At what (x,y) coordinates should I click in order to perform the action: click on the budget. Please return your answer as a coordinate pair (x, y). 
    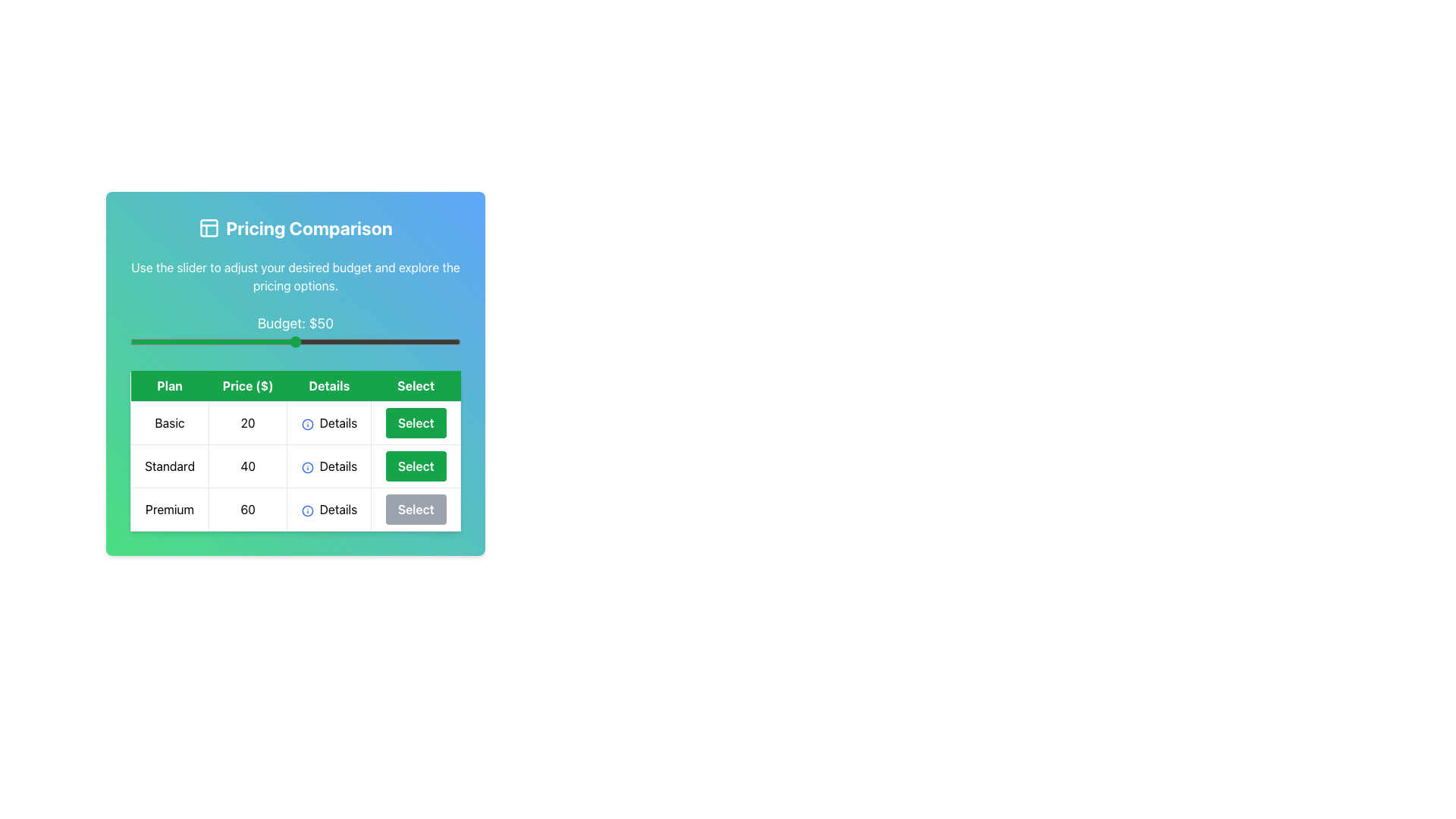
    Looking at the image, I should click on (351, 342).